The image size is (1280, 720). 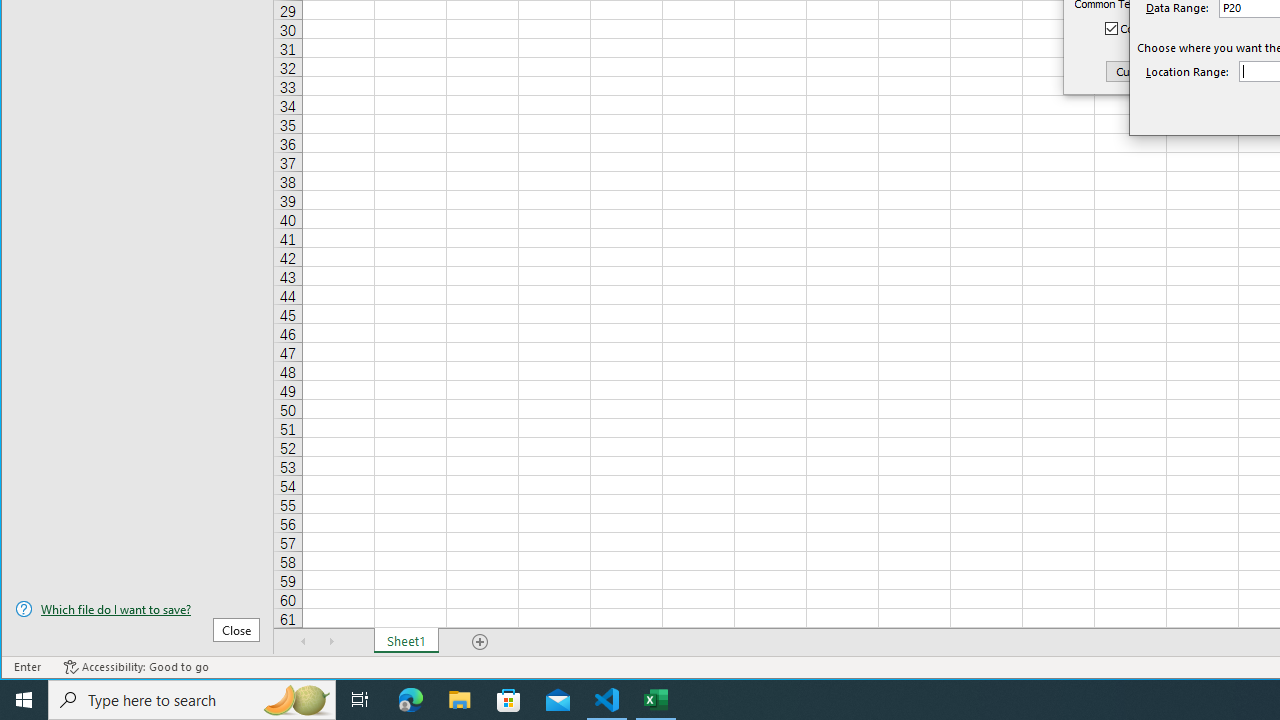 I want to click on 'Task View', so click(x=359, y=698).